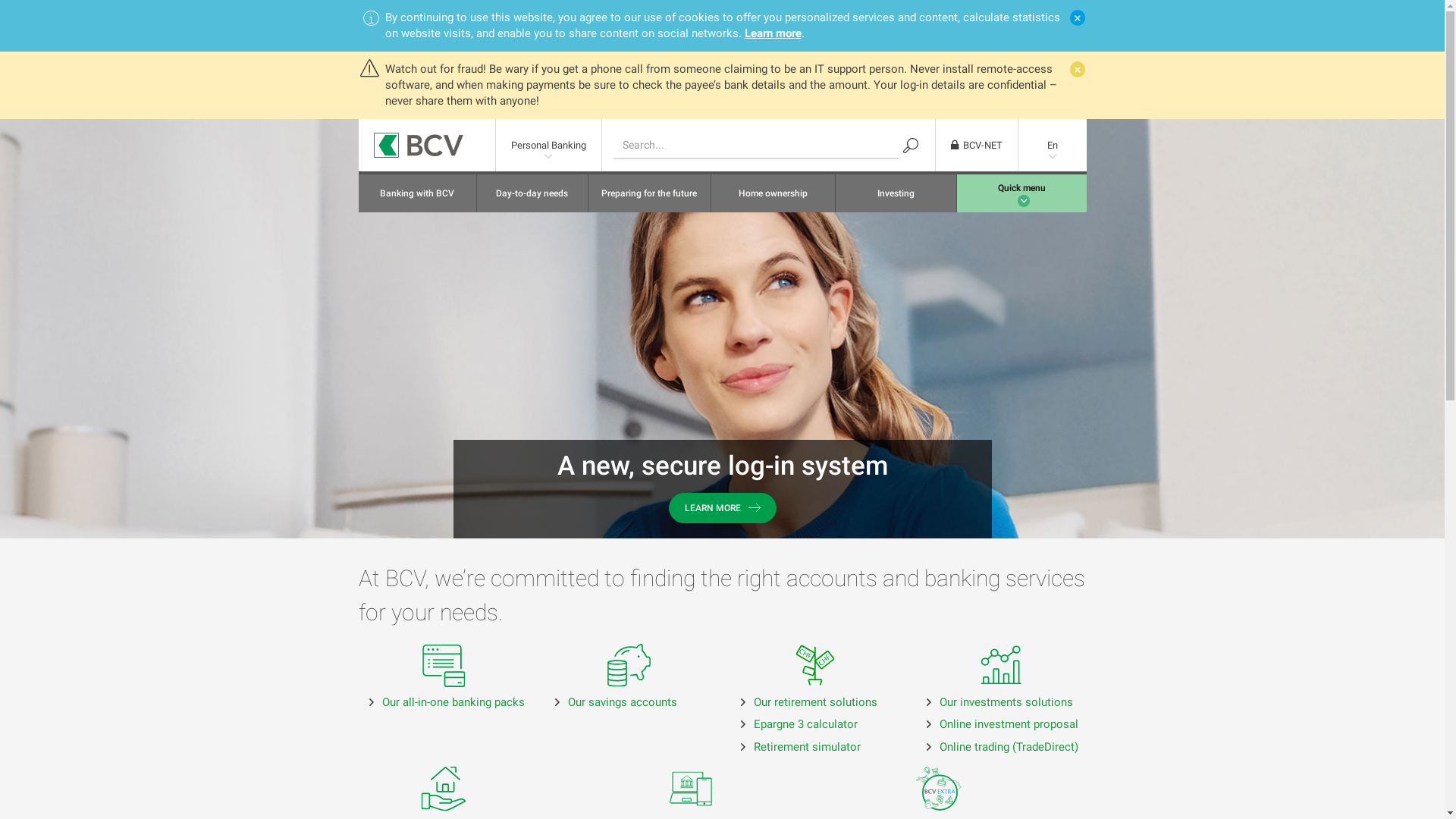  Describe the element at coordinates (835, 192) in the screenshot. I see `'Investing'` at that location.